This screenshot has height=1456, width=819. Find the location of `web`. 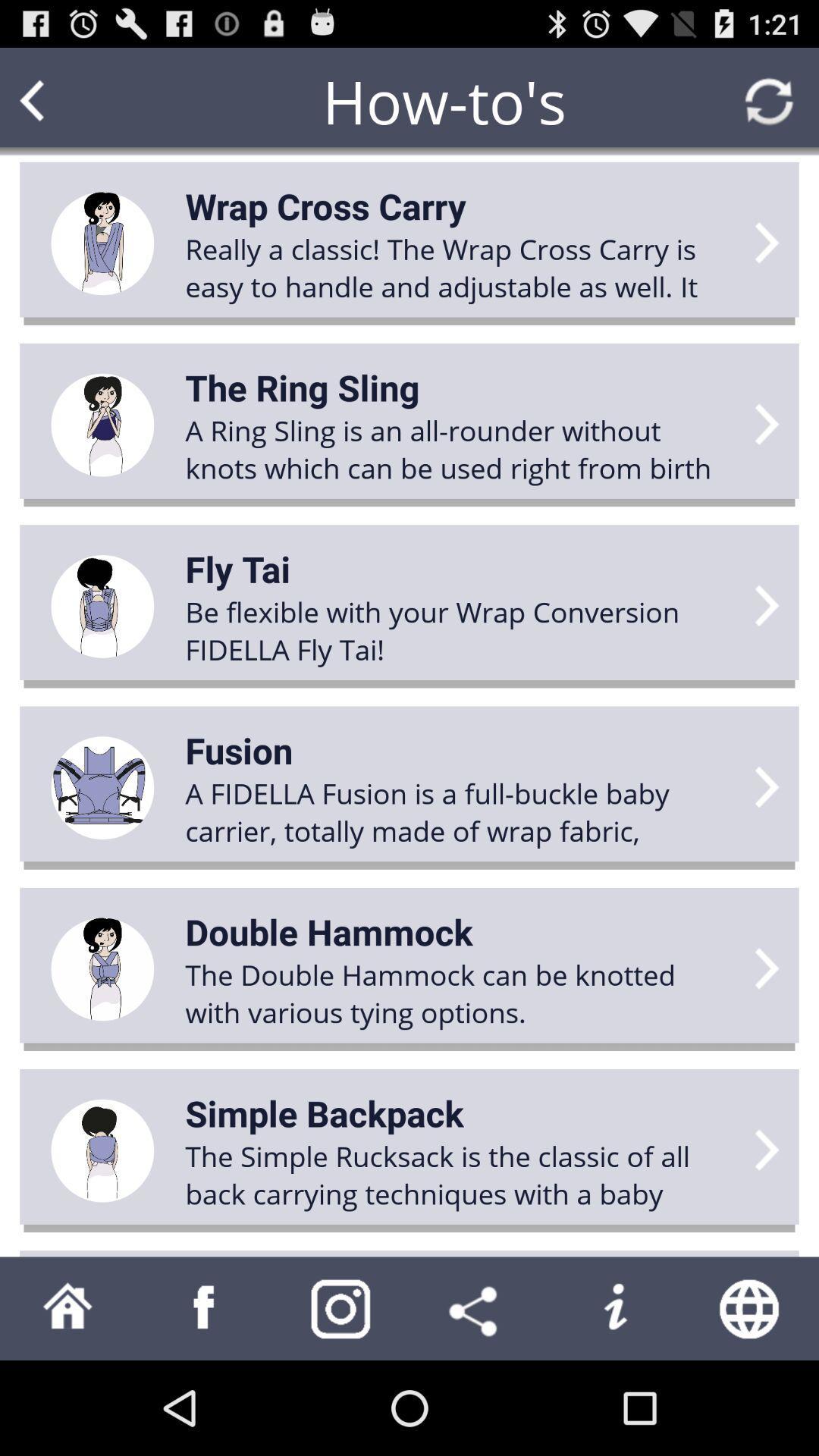

web is located at coordinates (751, 1307).